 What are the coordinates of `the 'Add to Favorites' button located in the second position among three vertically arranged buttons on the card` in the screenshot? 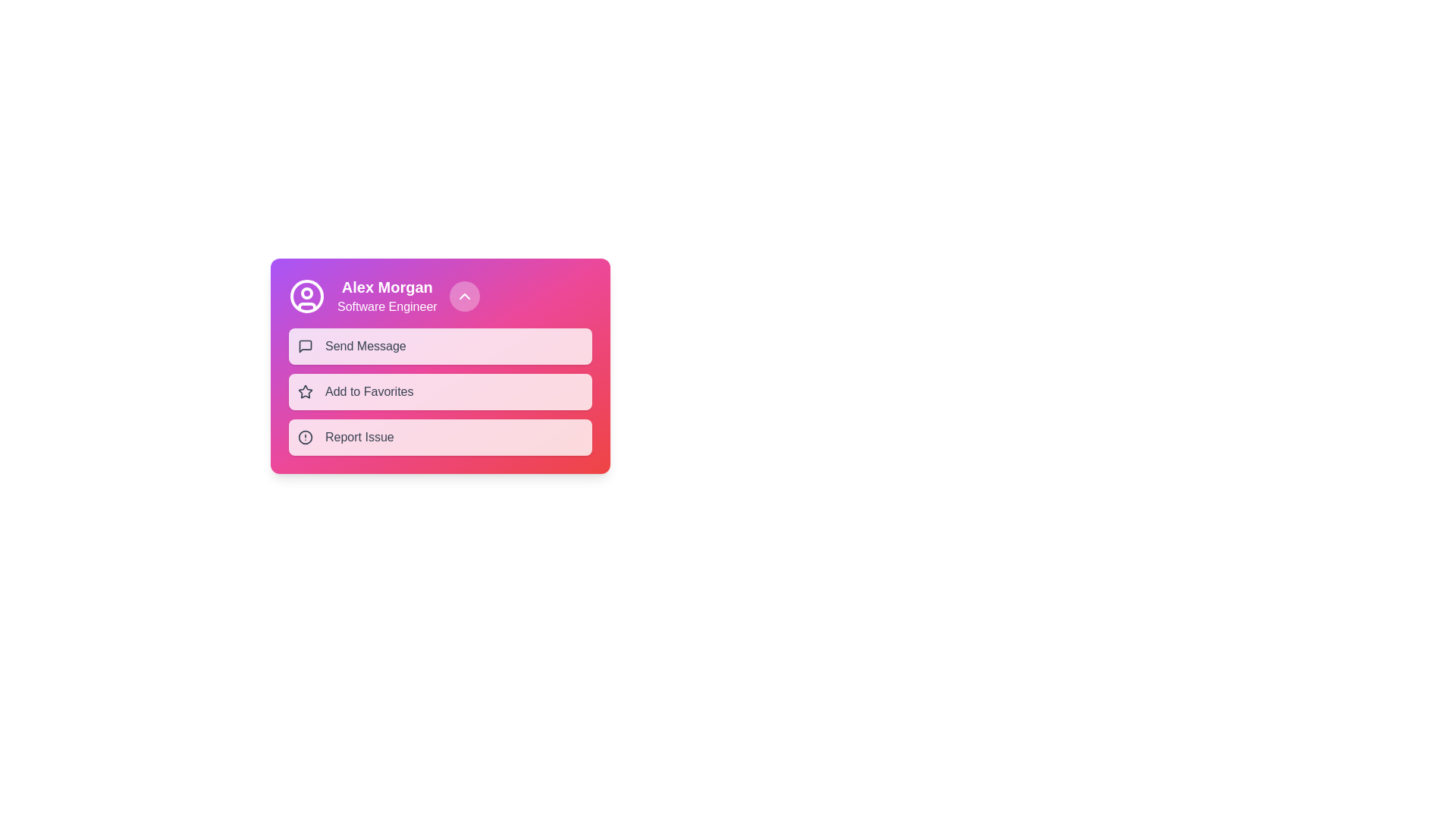 It's located at (439, 391).